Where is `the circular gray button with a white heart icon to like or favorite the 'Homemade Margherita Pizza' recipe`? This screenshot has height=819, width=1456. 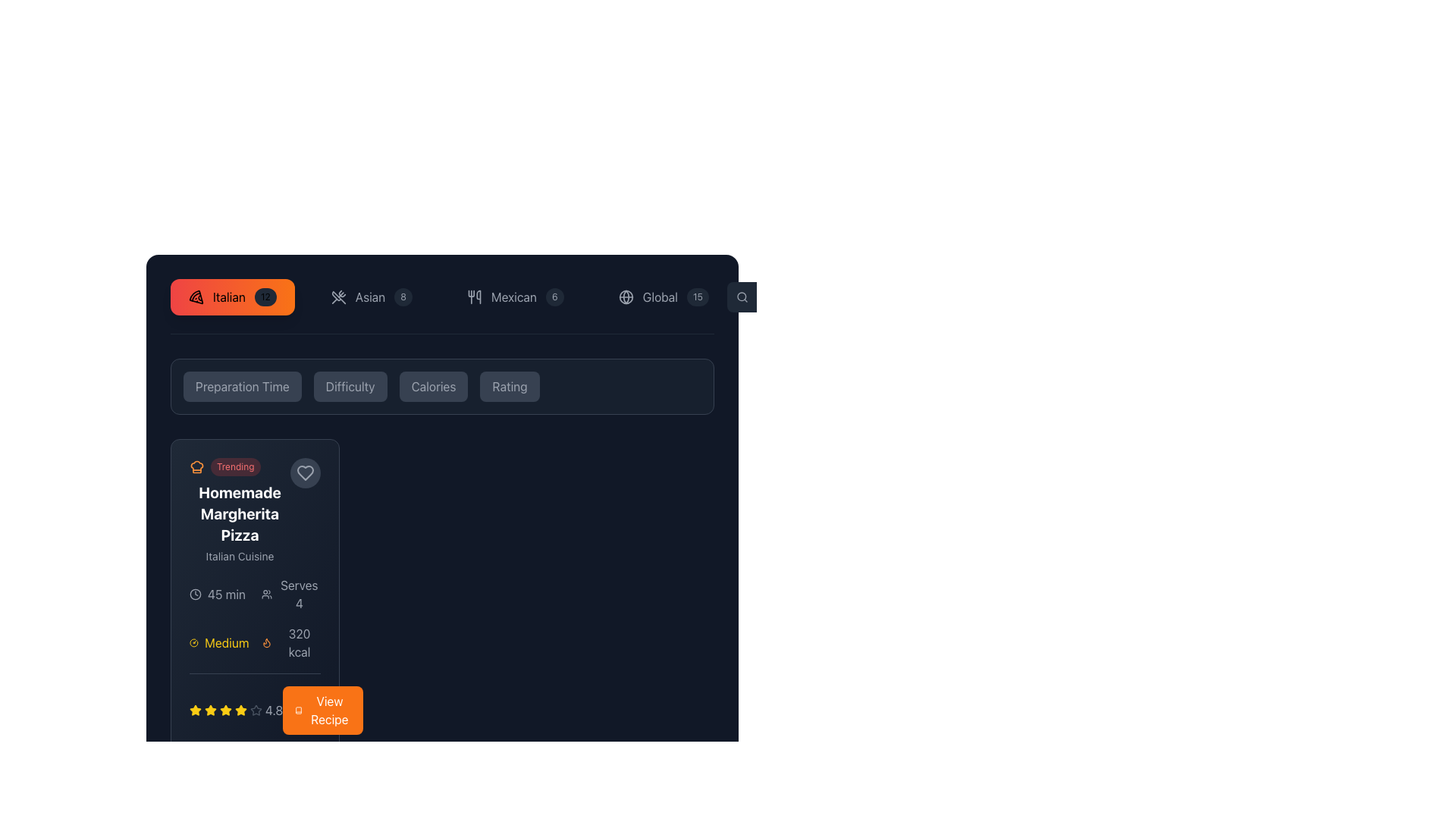
the circular gray button with a white heart icon to like or favorite the 'Homemade Margherita Pizza' recipe is located at coordinates (305, 472).